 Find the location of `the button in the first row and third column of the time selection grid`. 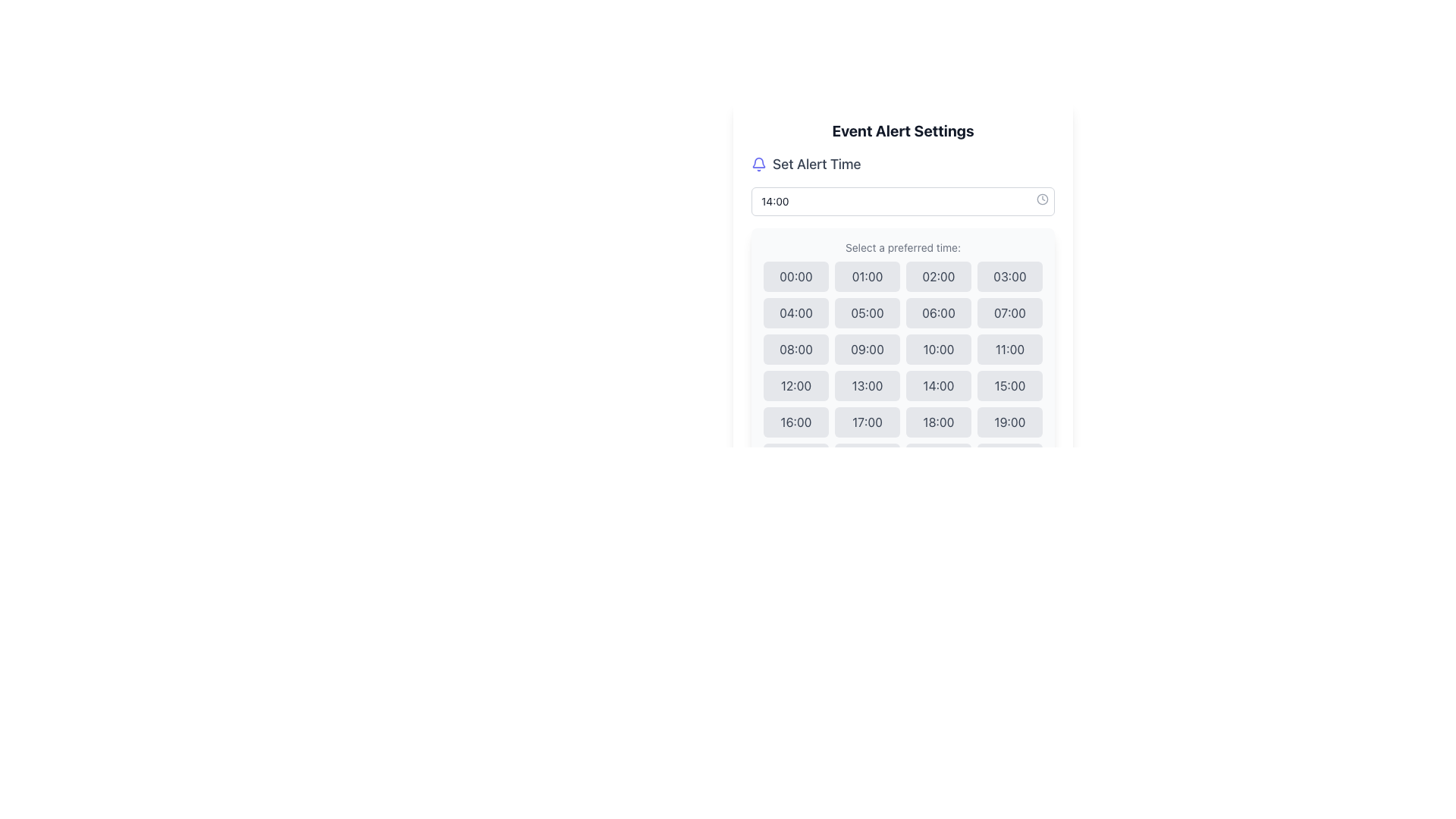

the button in the first row and third column of the time selection grid is located at coordinates (938, 277).